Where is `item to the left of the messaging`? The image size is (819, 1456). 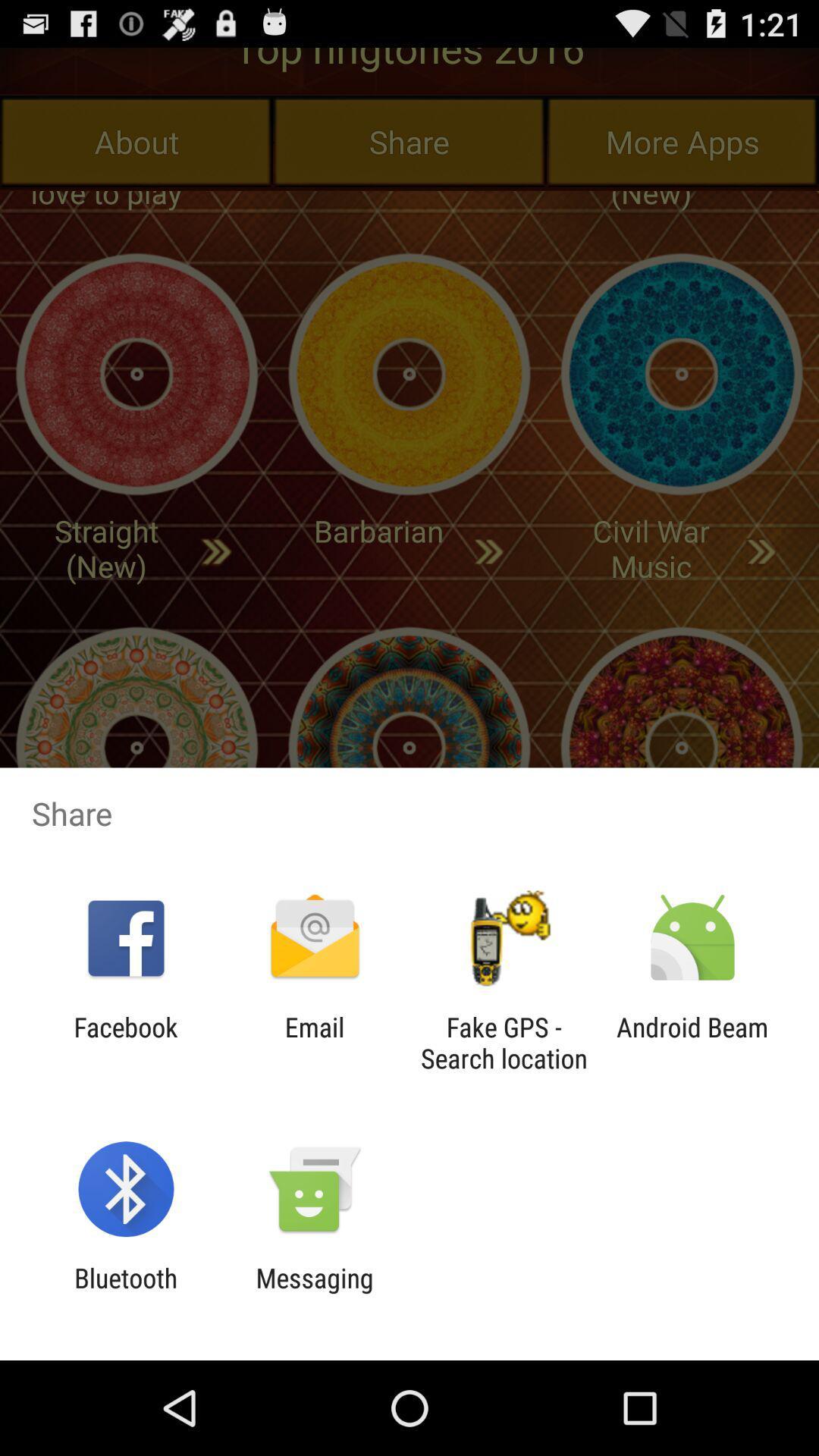 item to the left of the messaging is located at coordinates (125, 1293).